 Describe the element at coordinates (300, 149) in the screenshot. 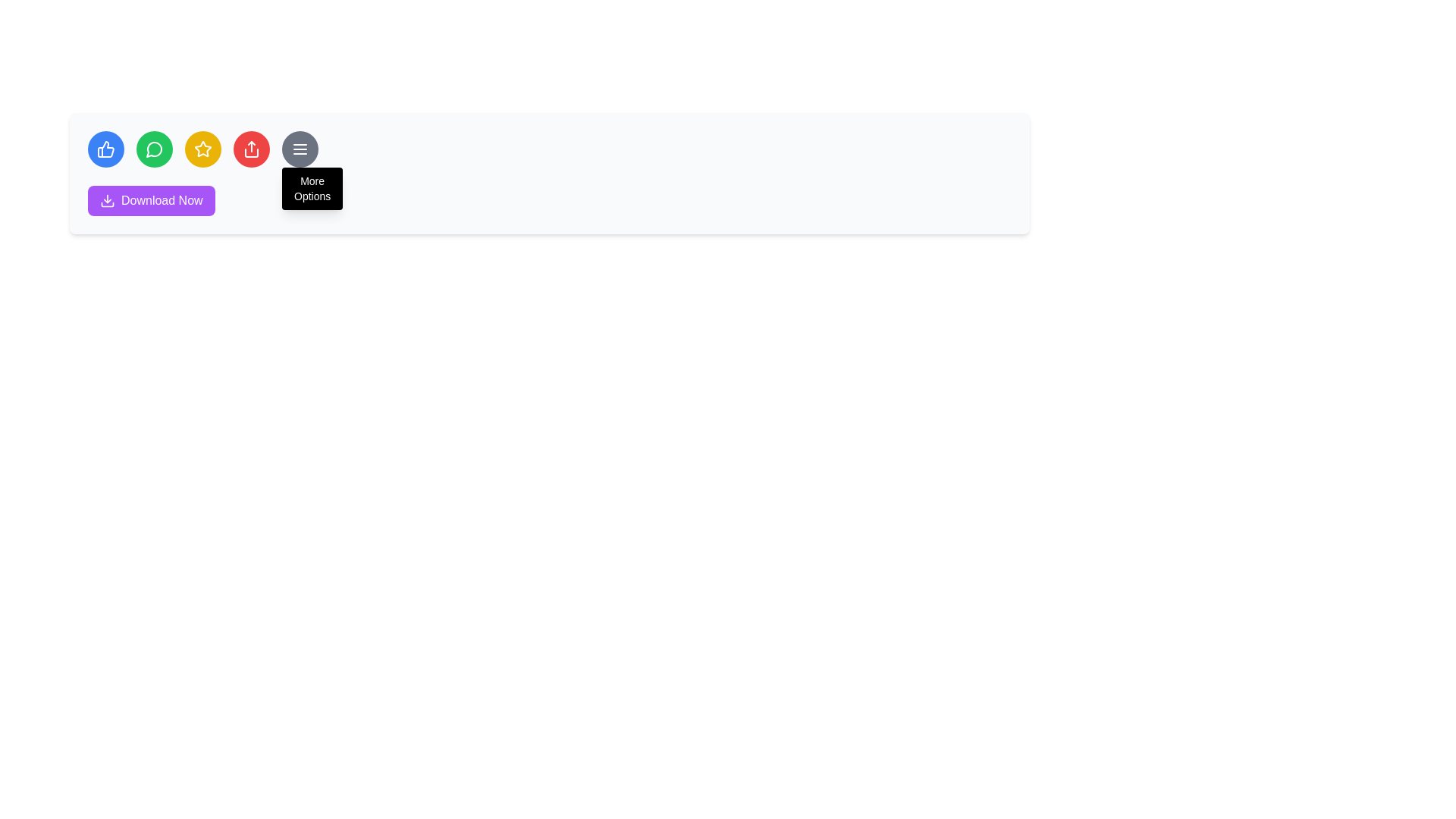

I see `the menu icon button, which is a circular gray button with three parallel lines` at that location.